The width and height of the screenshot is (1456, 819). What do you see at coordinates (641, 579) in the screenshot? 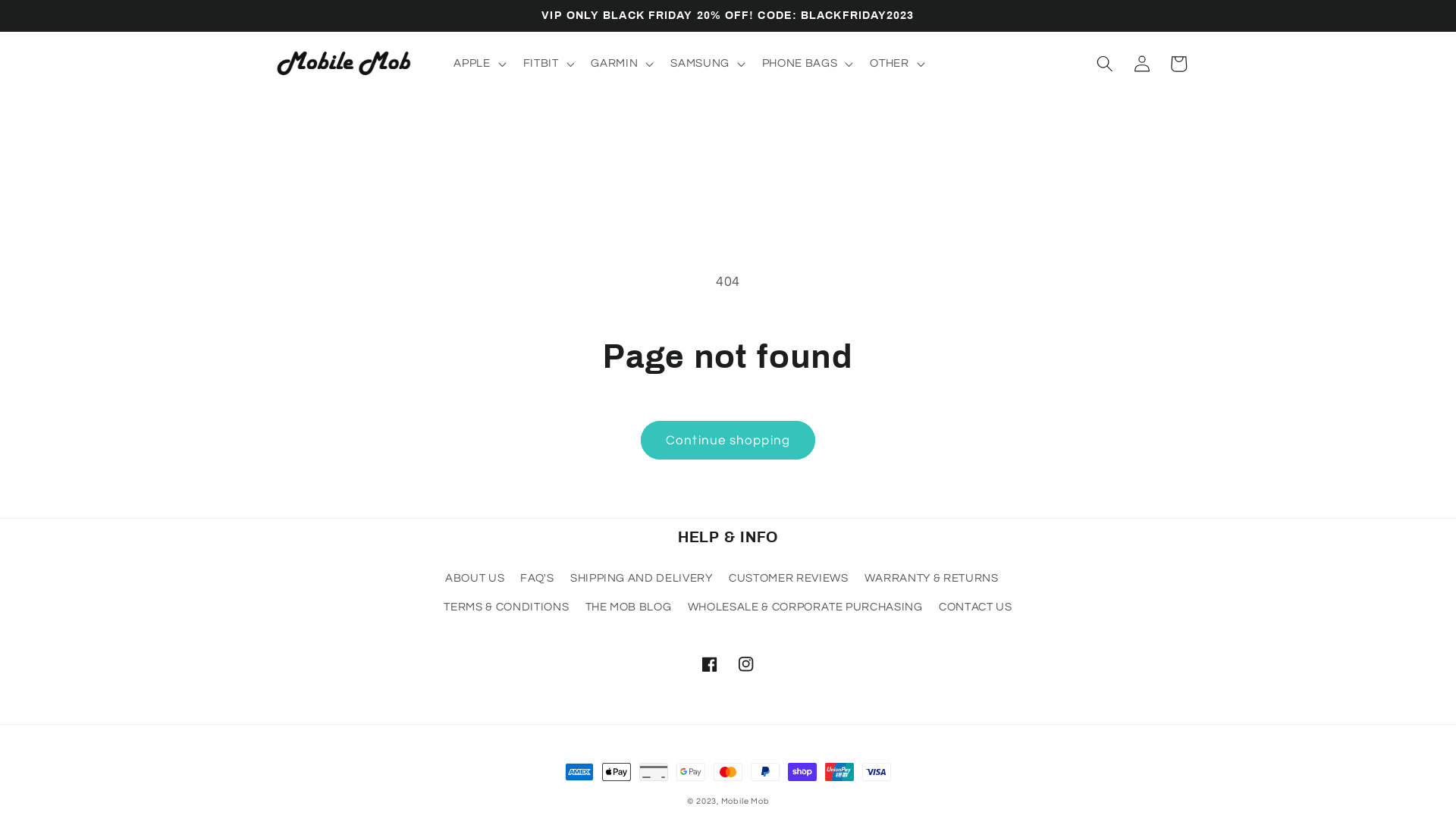
I see `'SHIPPING AND DELIVERY'` at bounding box center [641, 579].